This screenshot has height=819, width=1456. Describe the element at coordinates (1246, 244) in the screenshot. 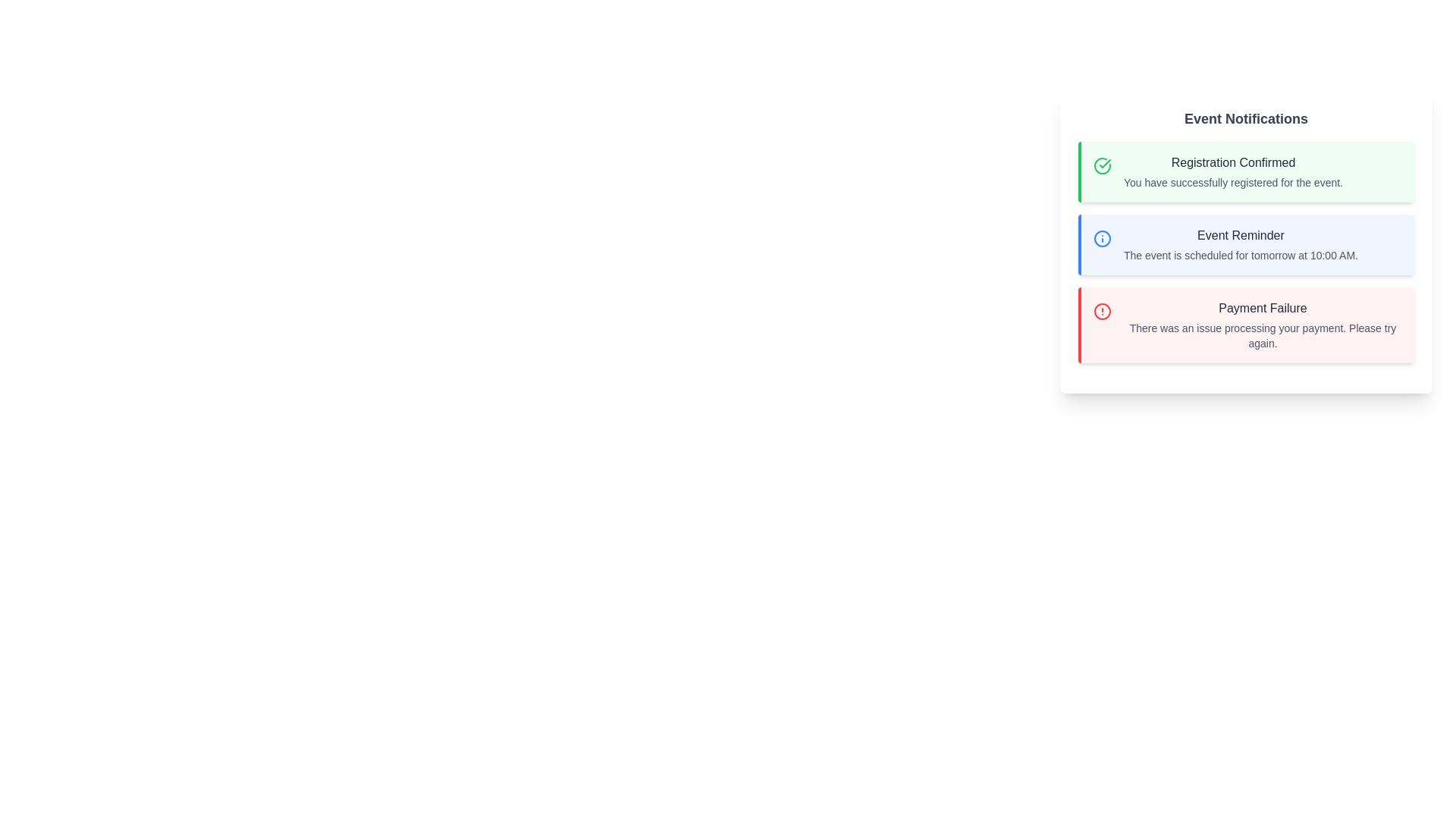

I see `the Notification Panel element titled 'Event Reminder' which has a blue border and a light blue background for further interaction` at that location.